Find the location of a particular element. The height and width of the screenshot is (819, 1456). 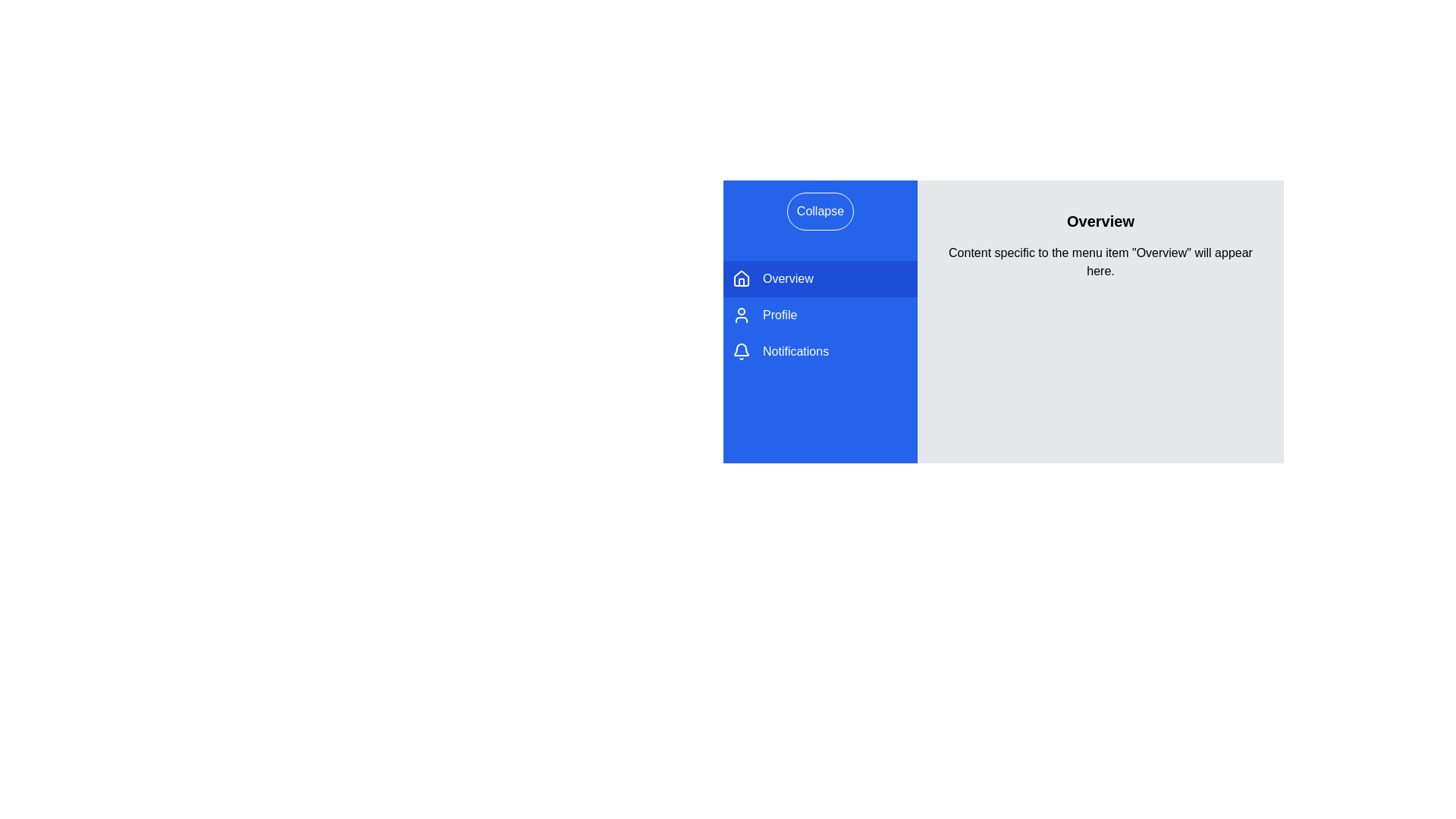

text label displaying 'Profile' in white color within the blue background of the navigation menu is located at coordinates (780, 315).